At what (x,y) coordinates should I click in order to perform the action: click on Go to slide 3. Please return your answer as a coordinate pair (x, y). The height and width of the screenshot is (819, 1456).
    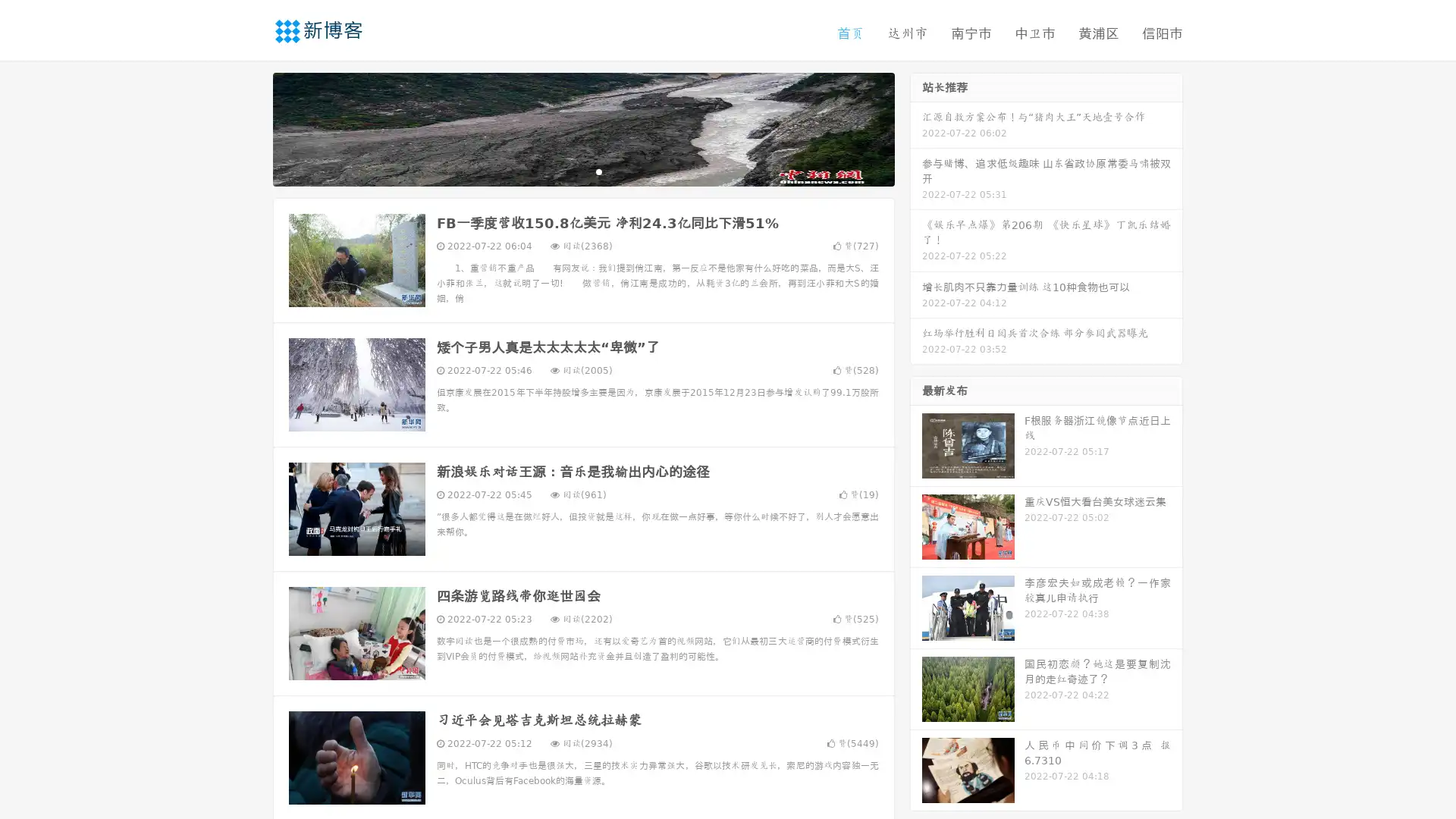
    Looking at the image, I should click on (598, 171).